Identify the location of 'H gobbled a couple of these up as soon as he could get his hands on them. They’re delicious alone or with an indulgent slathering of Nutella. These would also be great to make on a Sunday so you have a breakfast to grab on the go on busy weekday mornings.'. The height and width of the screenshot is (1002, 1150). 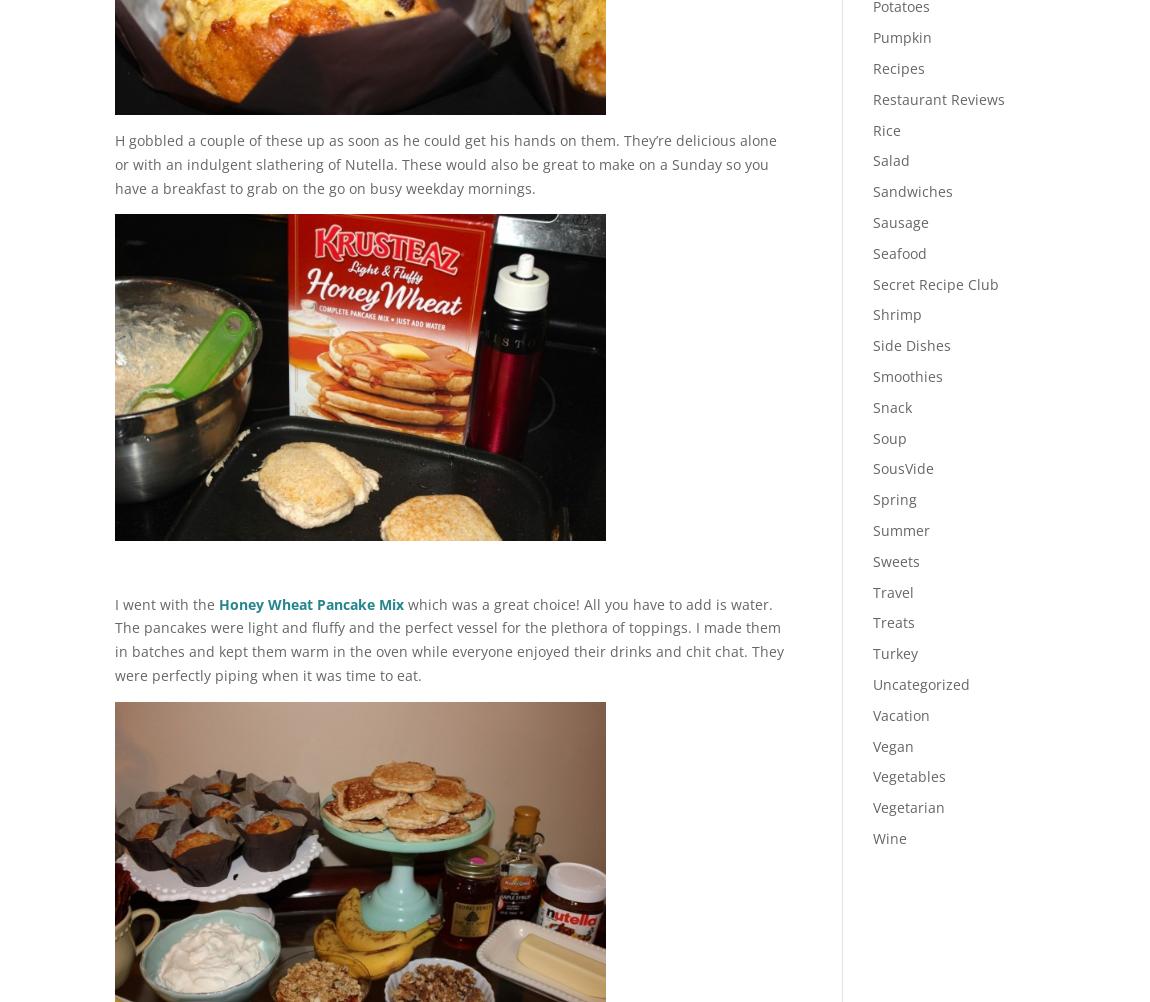
(445, 162).